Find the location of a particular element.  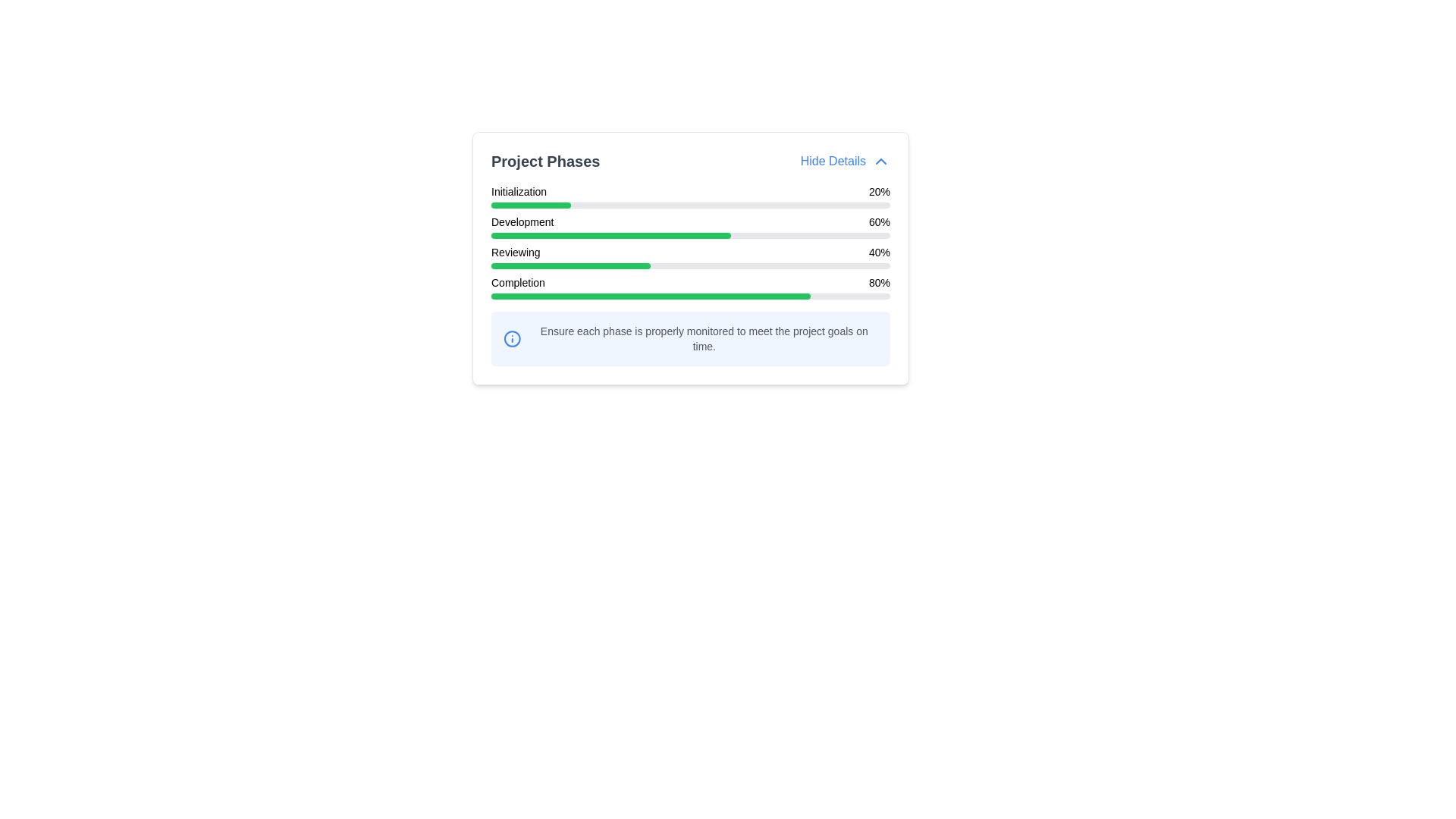

the progress bar labeled 'Reviewing' which indicates 40% completion, positioned between the 'Development' and 'Completion' bars is located at coordinates (690, 257).